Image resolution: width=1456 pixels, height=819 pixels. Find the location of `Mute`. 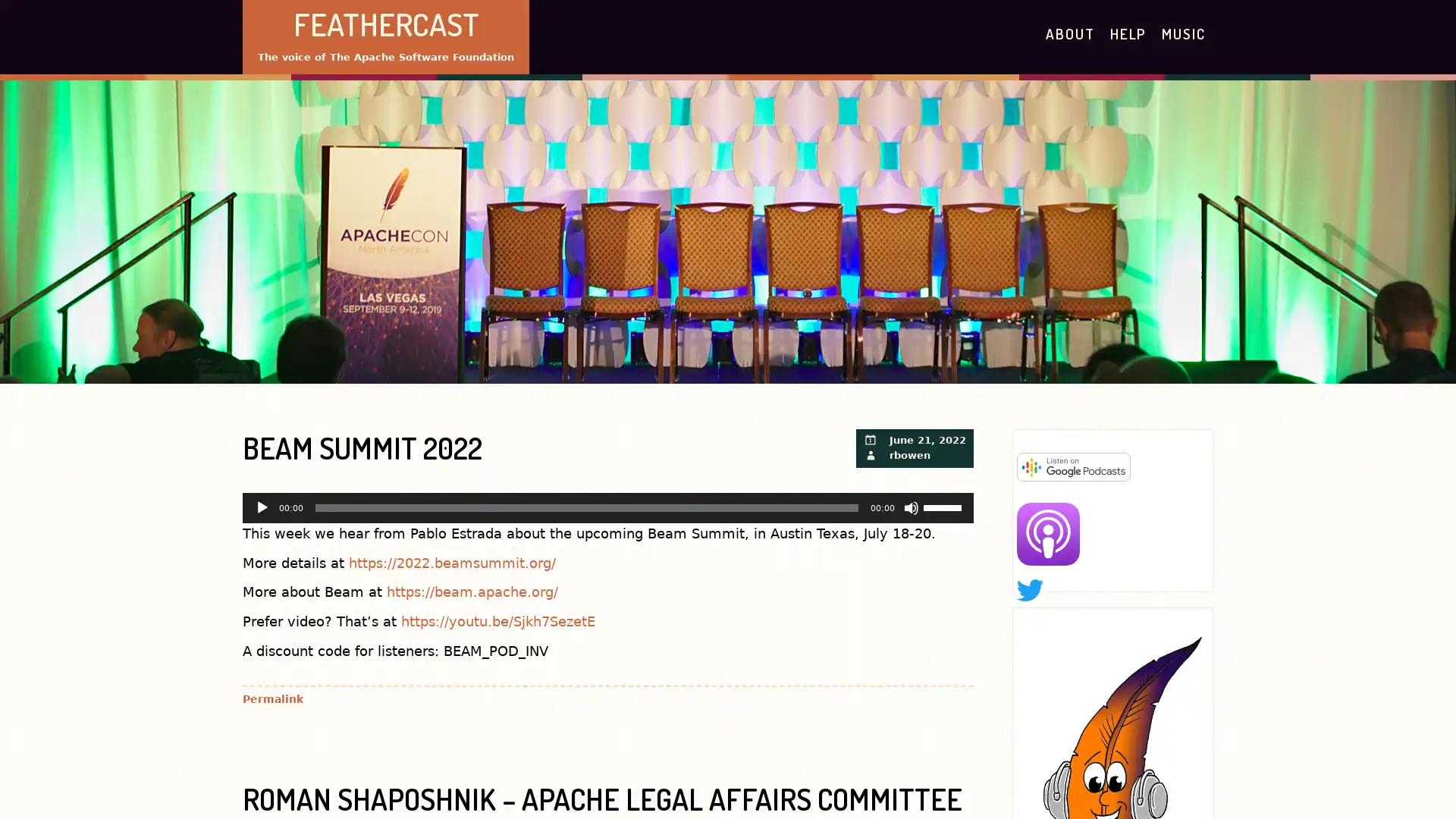

Mute is located at coordinates (910, 507).